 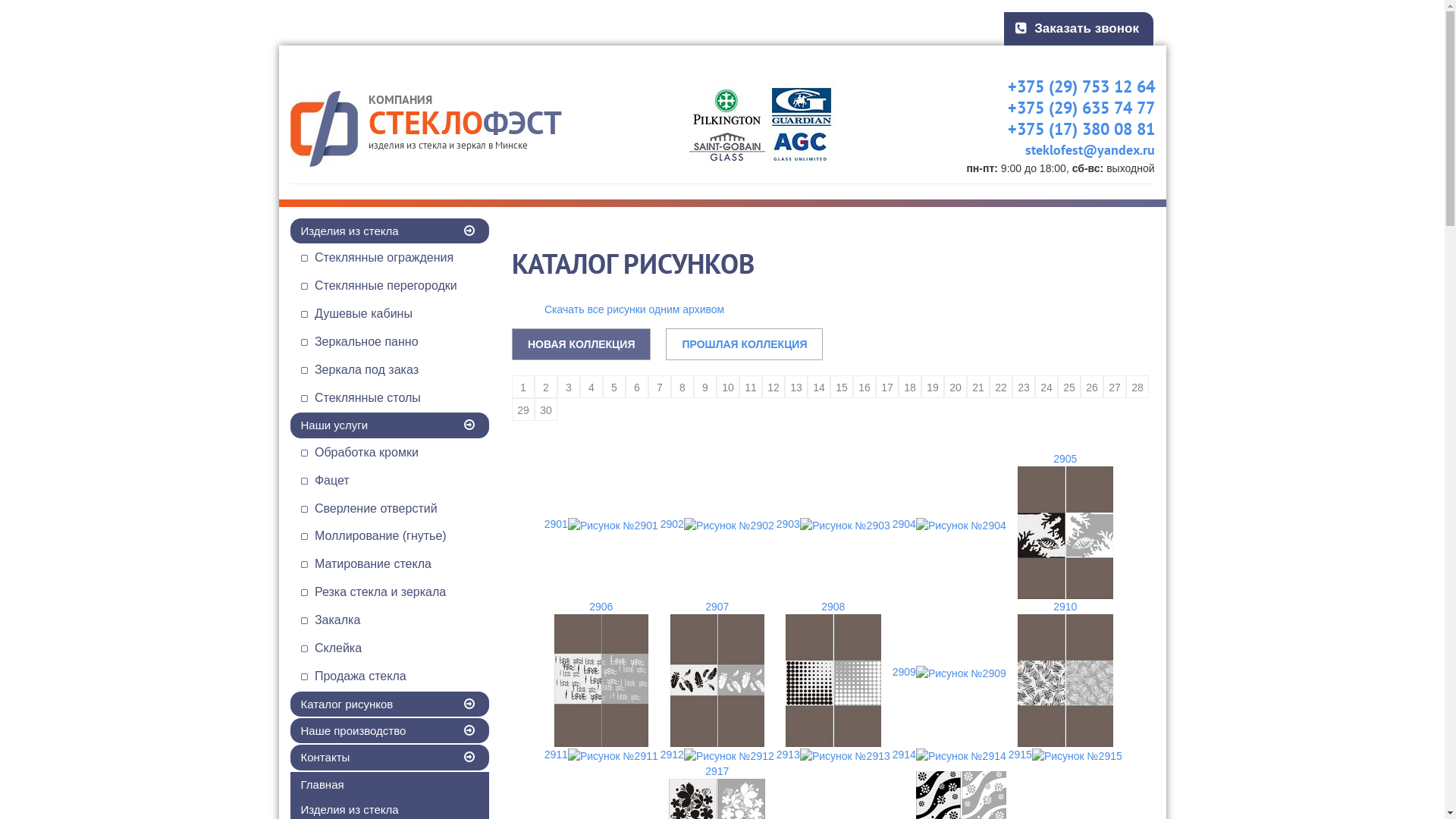 What do you see at coordinates (750, 385) in the screenshot?
I see `'11'` at bounding box center [750, 385].